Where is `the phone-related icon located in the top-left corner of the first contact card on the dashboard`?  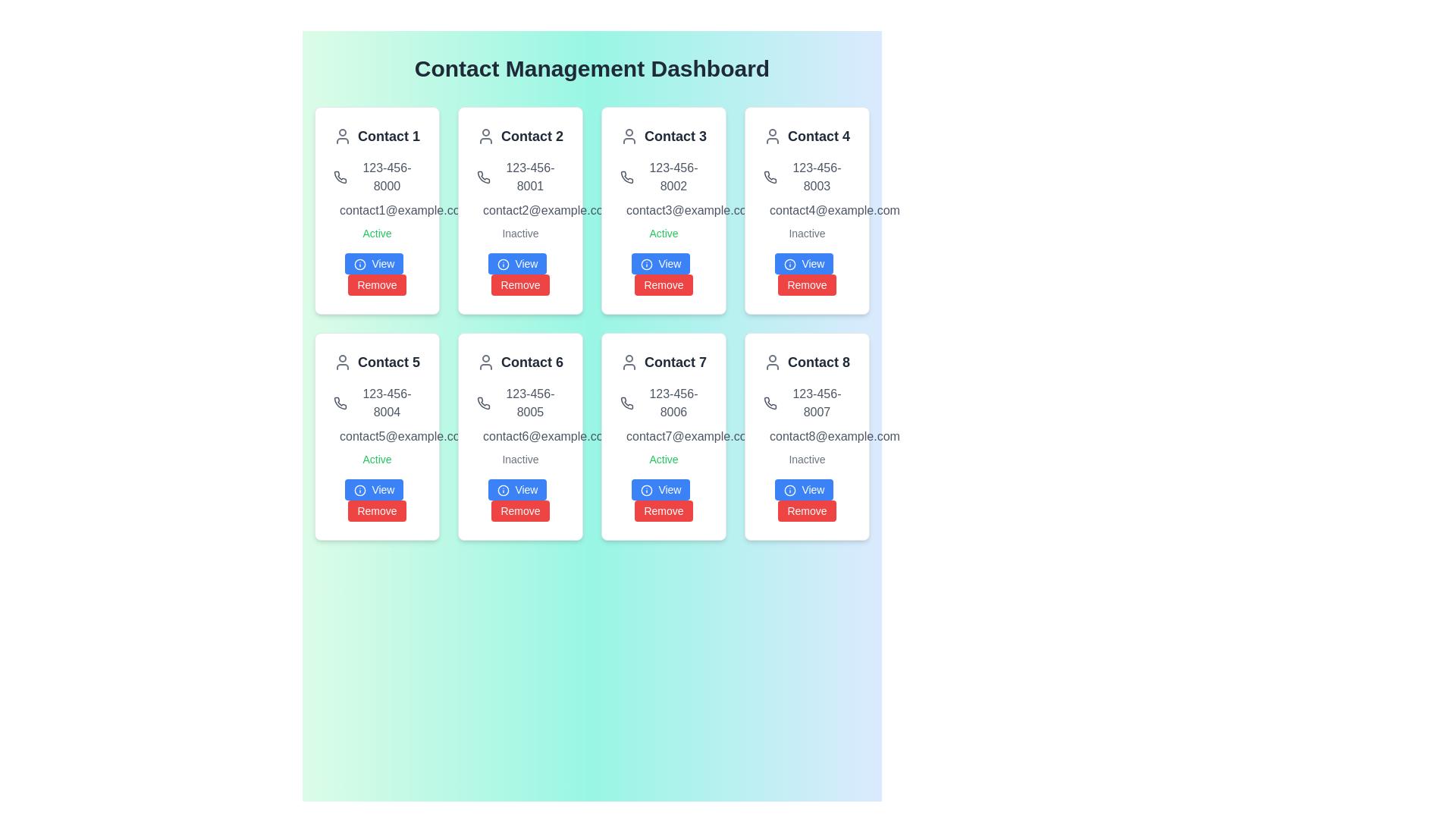 the phone-related icon located in the top-left corner of the first contact card on the dashboard is located at coordinates (626, 403).